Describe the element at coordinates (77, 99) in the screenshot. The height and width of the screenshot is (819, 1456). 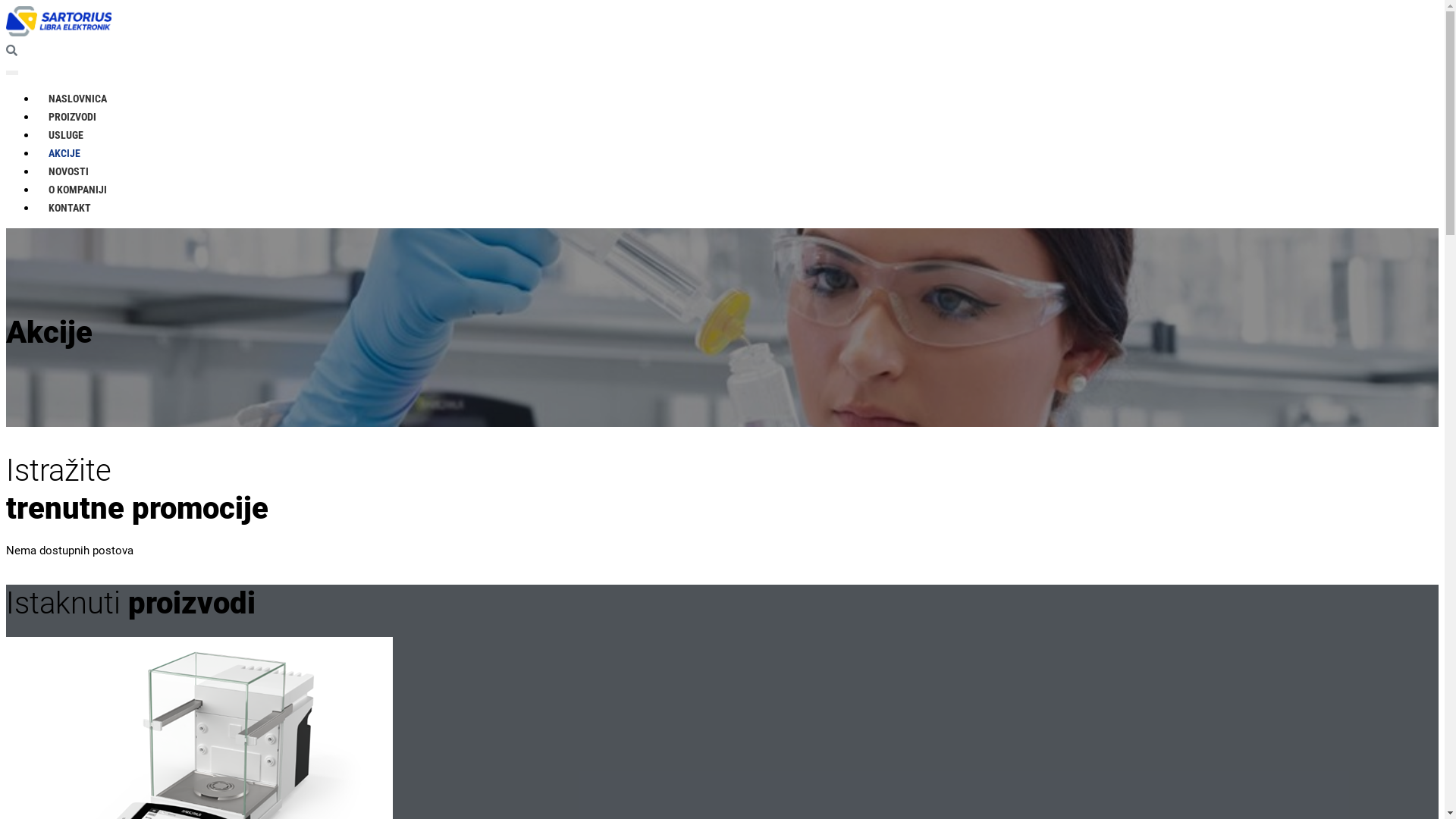
I see `'NASLOVNICA'` at that location.